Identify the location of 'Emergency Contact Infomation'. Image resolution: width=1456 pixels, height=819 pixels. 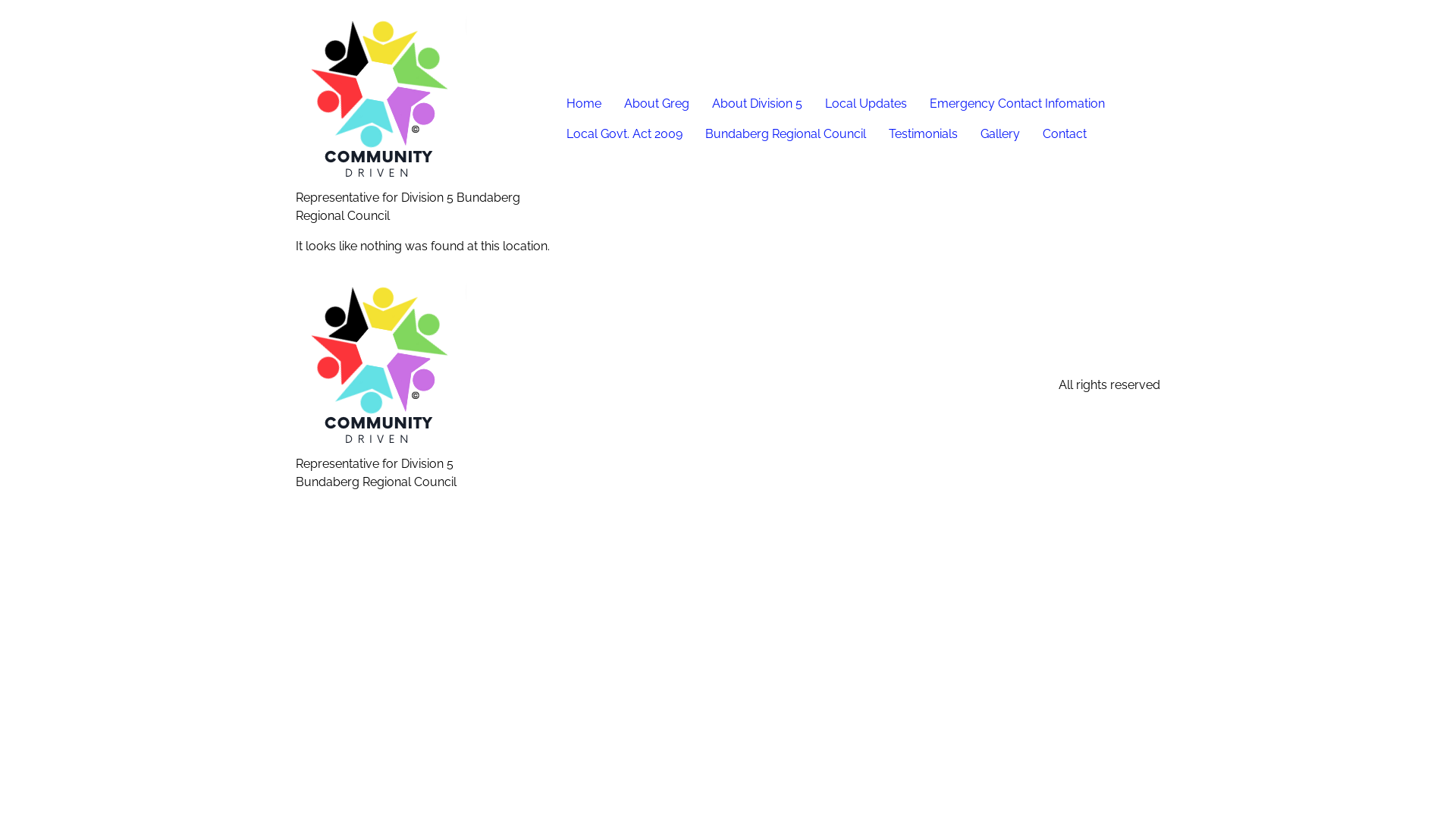
(1017, 102).